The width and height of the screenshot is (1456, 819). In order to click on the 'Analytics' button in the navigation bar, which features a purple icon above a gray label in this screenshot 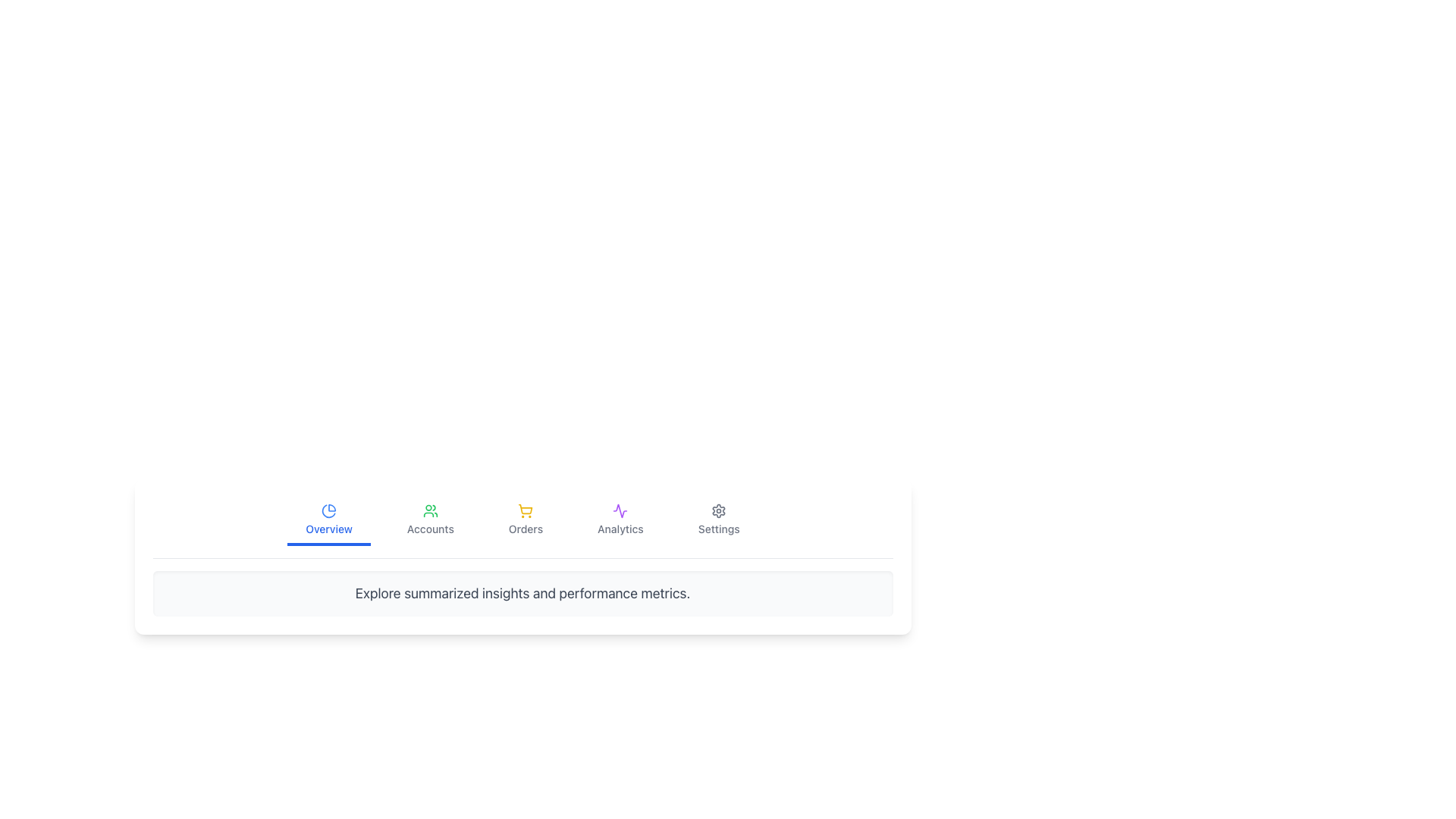, I will do `click(620, 520)`.